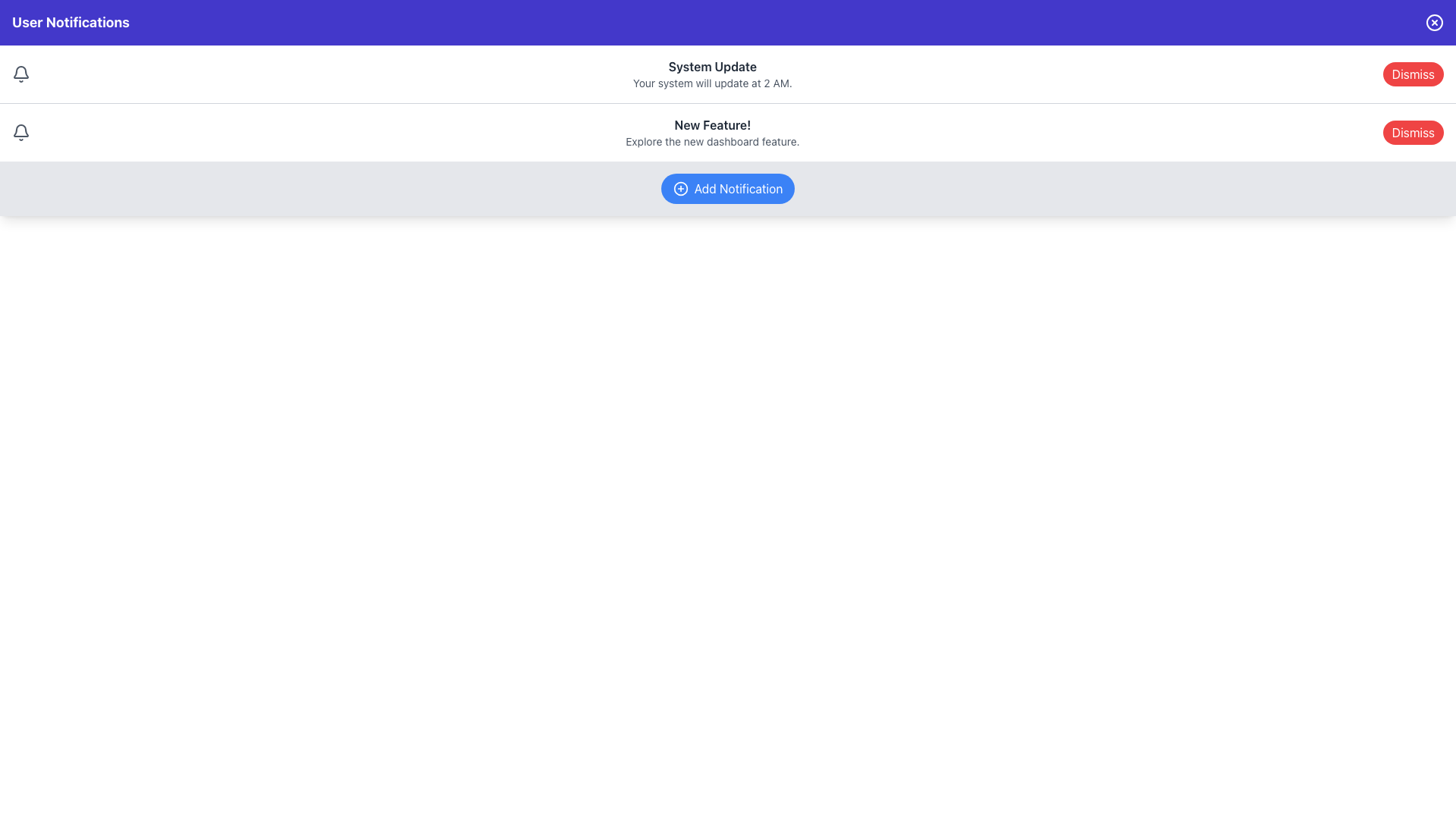  What do you see at coordinates (711, 131) in the screenshot?
I see `the notification text block that presents updates about a new dashboard feature, located centrally in the second notification box between 'System Update' and 'Add Notification'` at bounding box center [711, 131].